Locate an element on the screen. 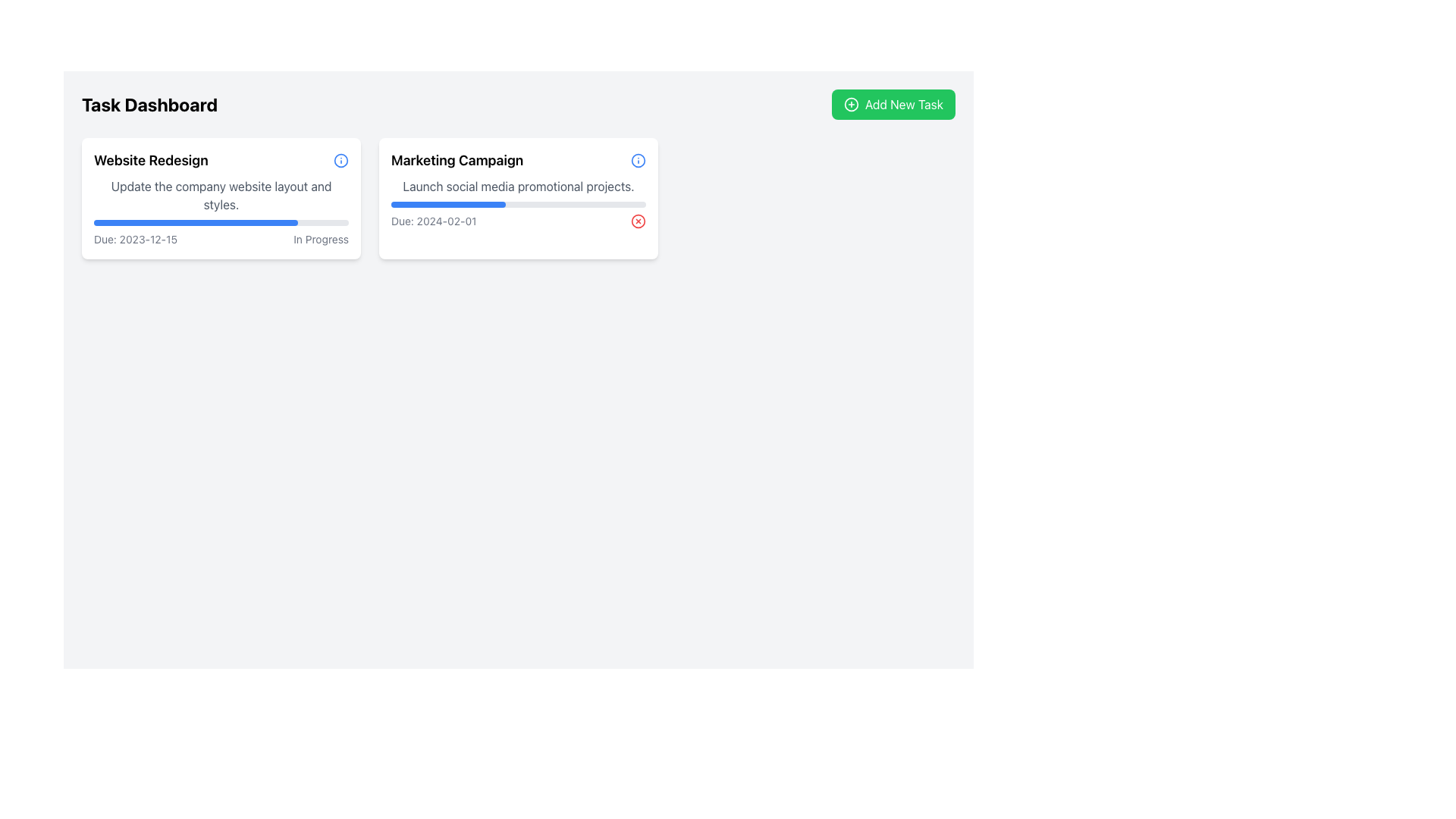 The image size is (1456, 819). the informational icon located to the right of the 'Marketing Campaign' text is located at coordinates (638, 161).